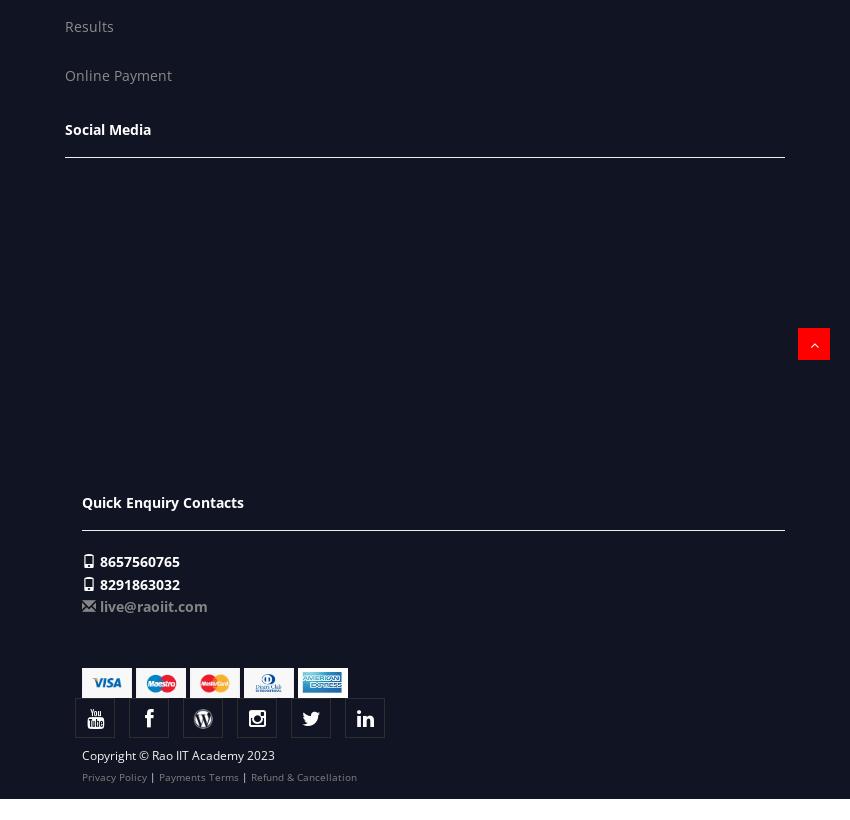 Image resolution: width=850 pixels, height=820 pixels. Describe the element at coordinates (65, 75) in the screenshot. I see `'Online Payment'` at that location.